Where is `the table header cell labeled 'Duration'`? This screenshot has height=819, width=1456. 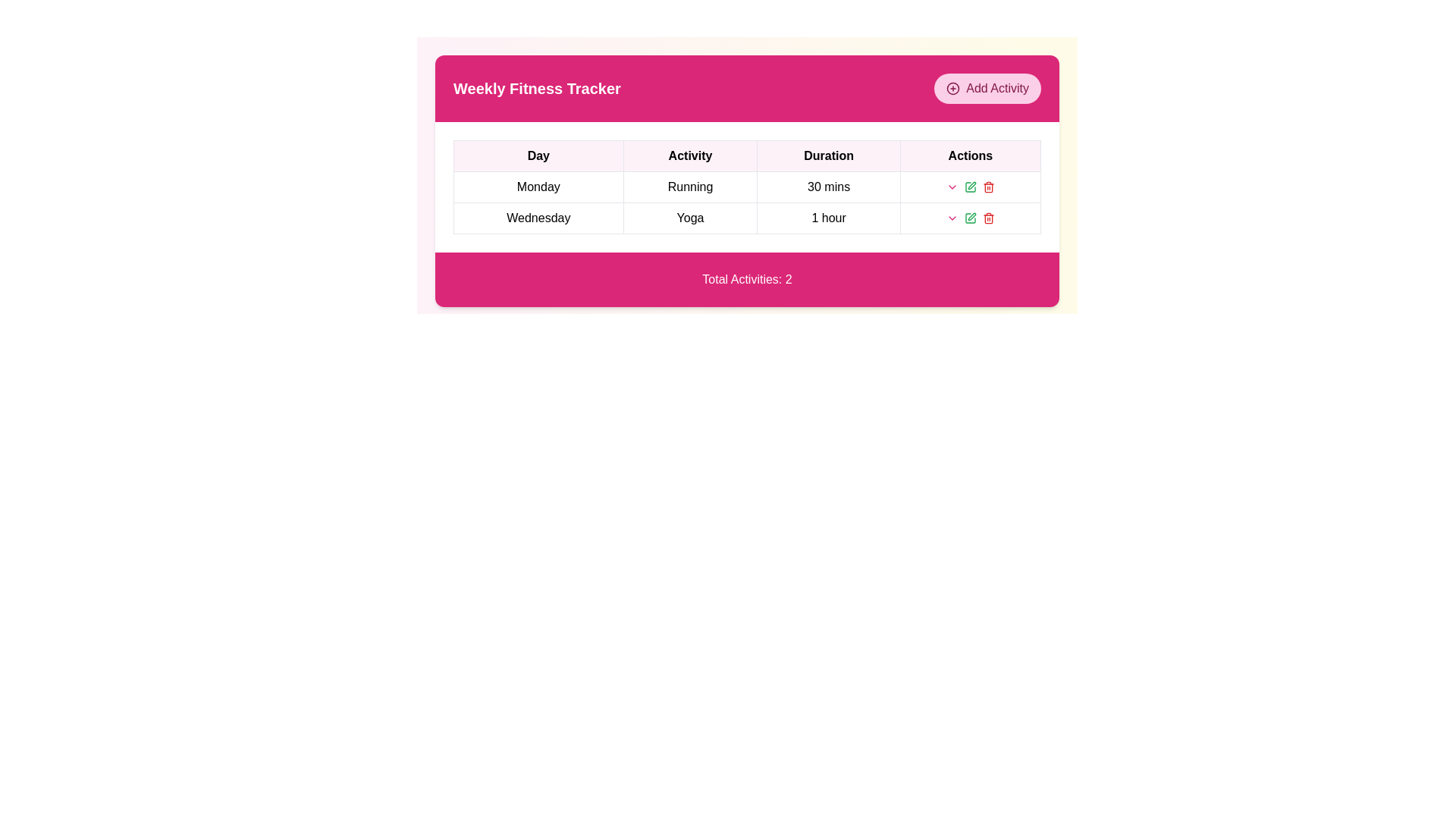 the table header cell labeled 'Duration' is located at coordinates (828, 155).